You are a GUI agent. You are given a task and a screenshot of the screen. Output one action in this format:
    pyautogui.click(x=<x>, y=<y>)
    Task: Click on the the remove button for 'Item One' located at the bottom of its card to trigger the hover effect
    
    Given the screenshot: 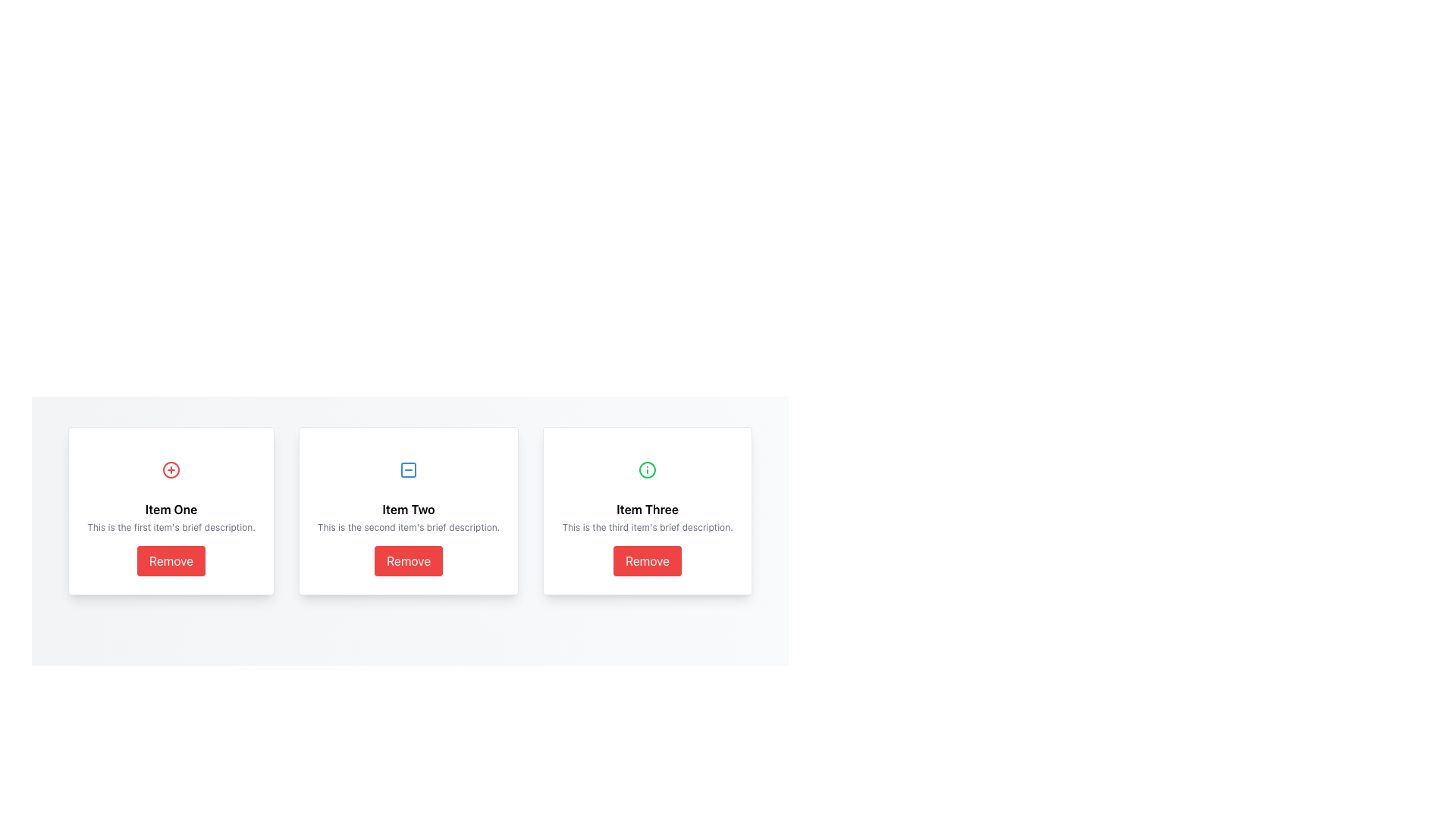 What is the action you would take?
    pyautogui.click(x=171, y=561)
    